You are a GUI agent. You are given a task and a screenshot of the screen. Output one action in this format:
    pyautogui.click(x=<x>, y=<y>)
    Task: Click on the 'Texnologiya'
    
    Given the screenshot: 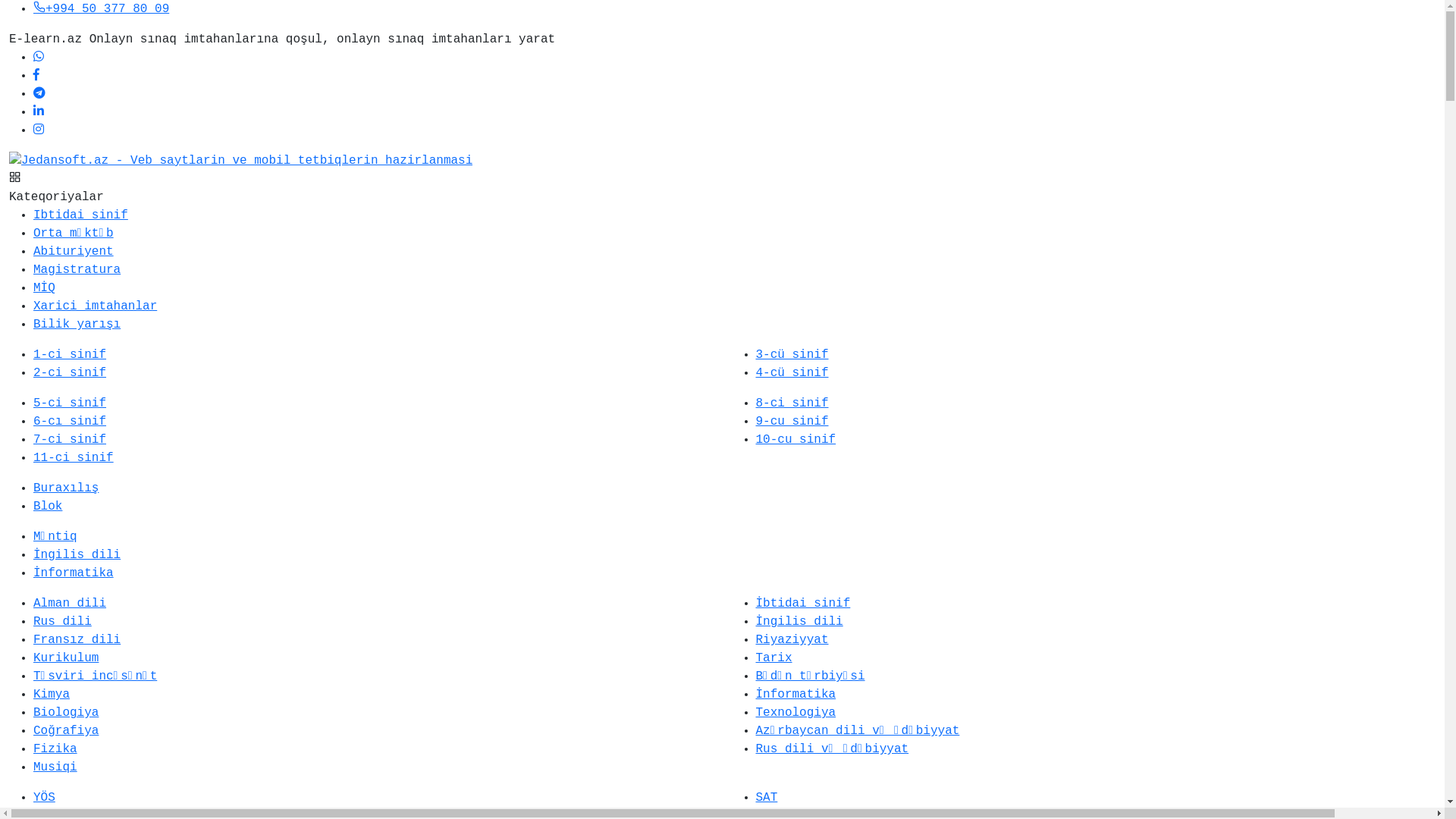 What is the action you would take?
    pyautogui.click(x=795, y=713)
    